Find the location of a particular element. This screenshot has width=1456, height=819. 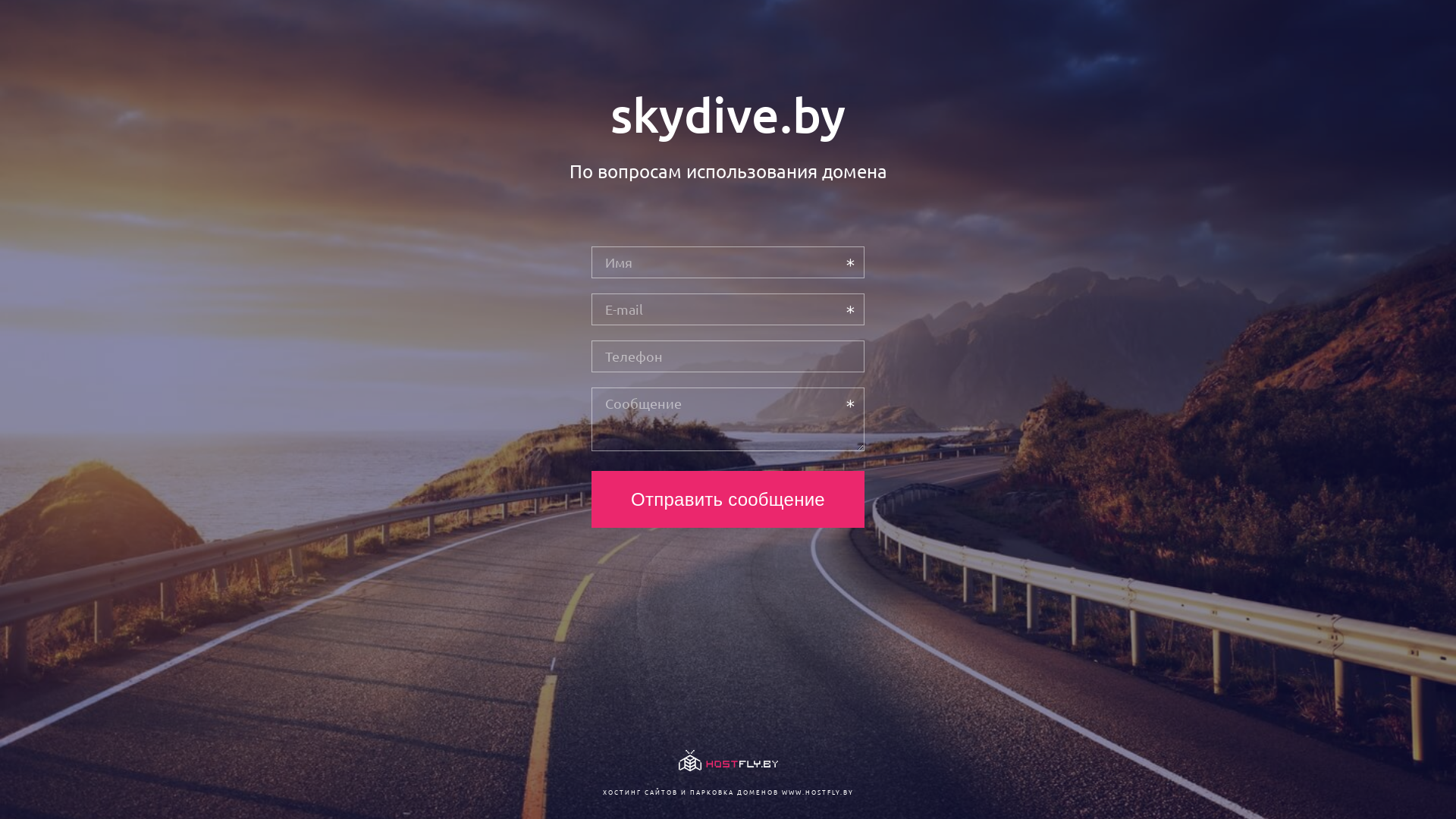

'WWW.HOSTFLY.BY' is located at coordinates (816, 791).